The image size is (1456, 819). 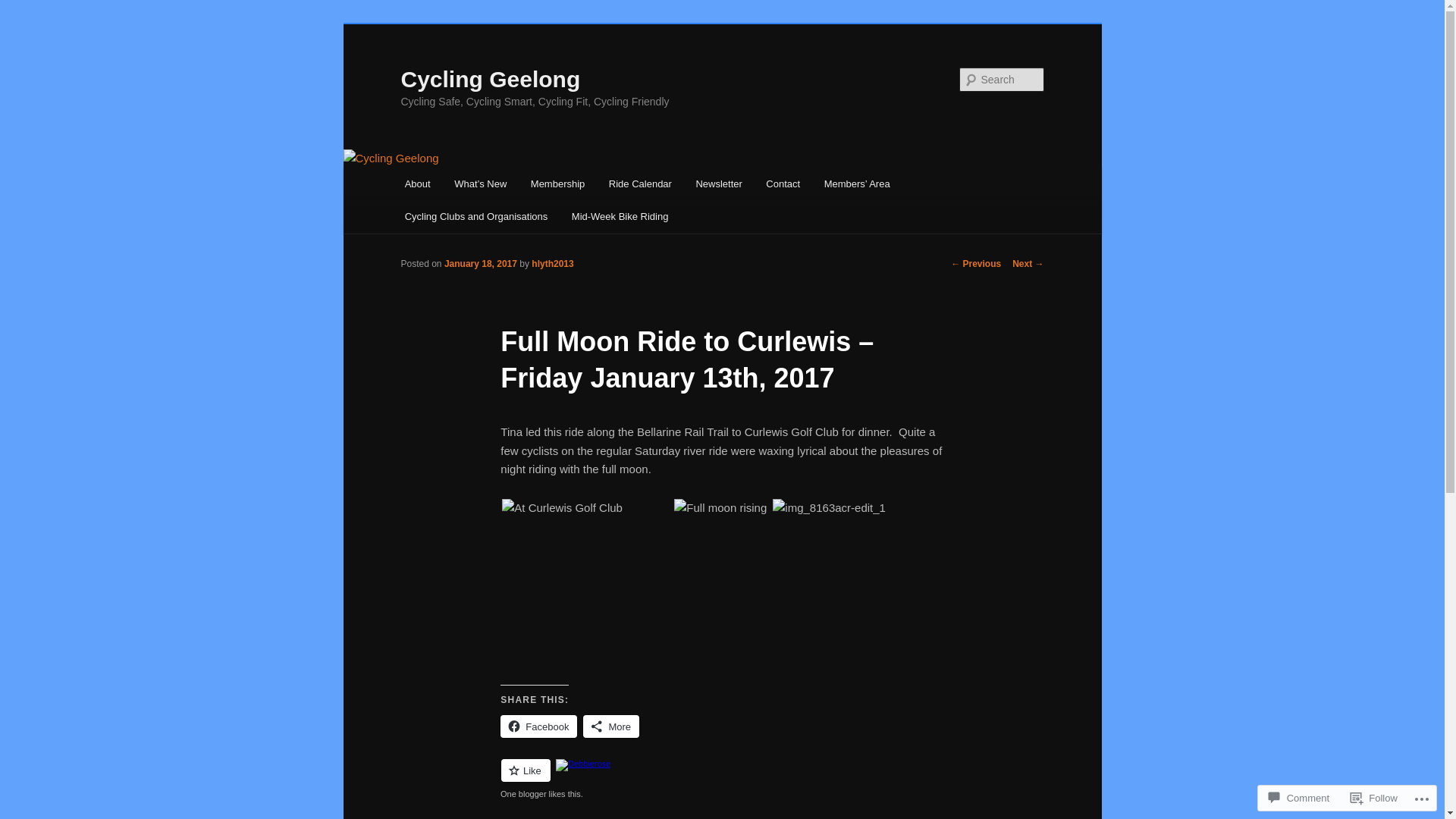 What do you see at coordinates (772, 508) in the screenshot?
I see `'img_8163acr-edit_1'` at bounding box center [772, 508].